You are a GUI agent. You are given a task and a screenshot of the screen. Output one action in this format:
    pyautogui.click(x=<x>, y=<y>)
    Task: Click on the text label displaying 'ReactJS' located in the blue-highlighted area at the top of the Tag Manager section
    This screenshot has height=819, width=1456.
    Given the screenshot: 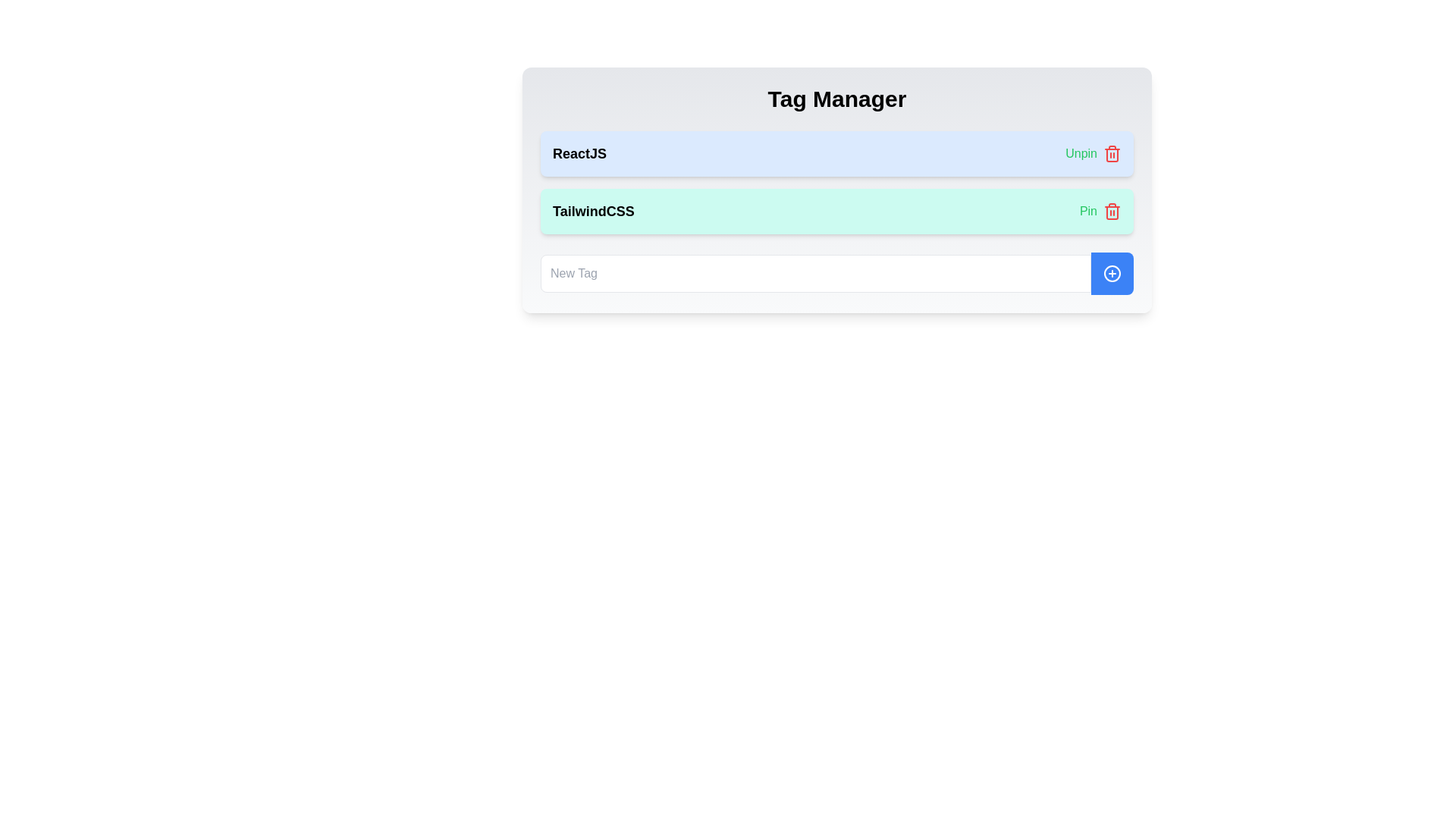 What is the action you would take?
    pyautogui.click(x=579, y=154)
    